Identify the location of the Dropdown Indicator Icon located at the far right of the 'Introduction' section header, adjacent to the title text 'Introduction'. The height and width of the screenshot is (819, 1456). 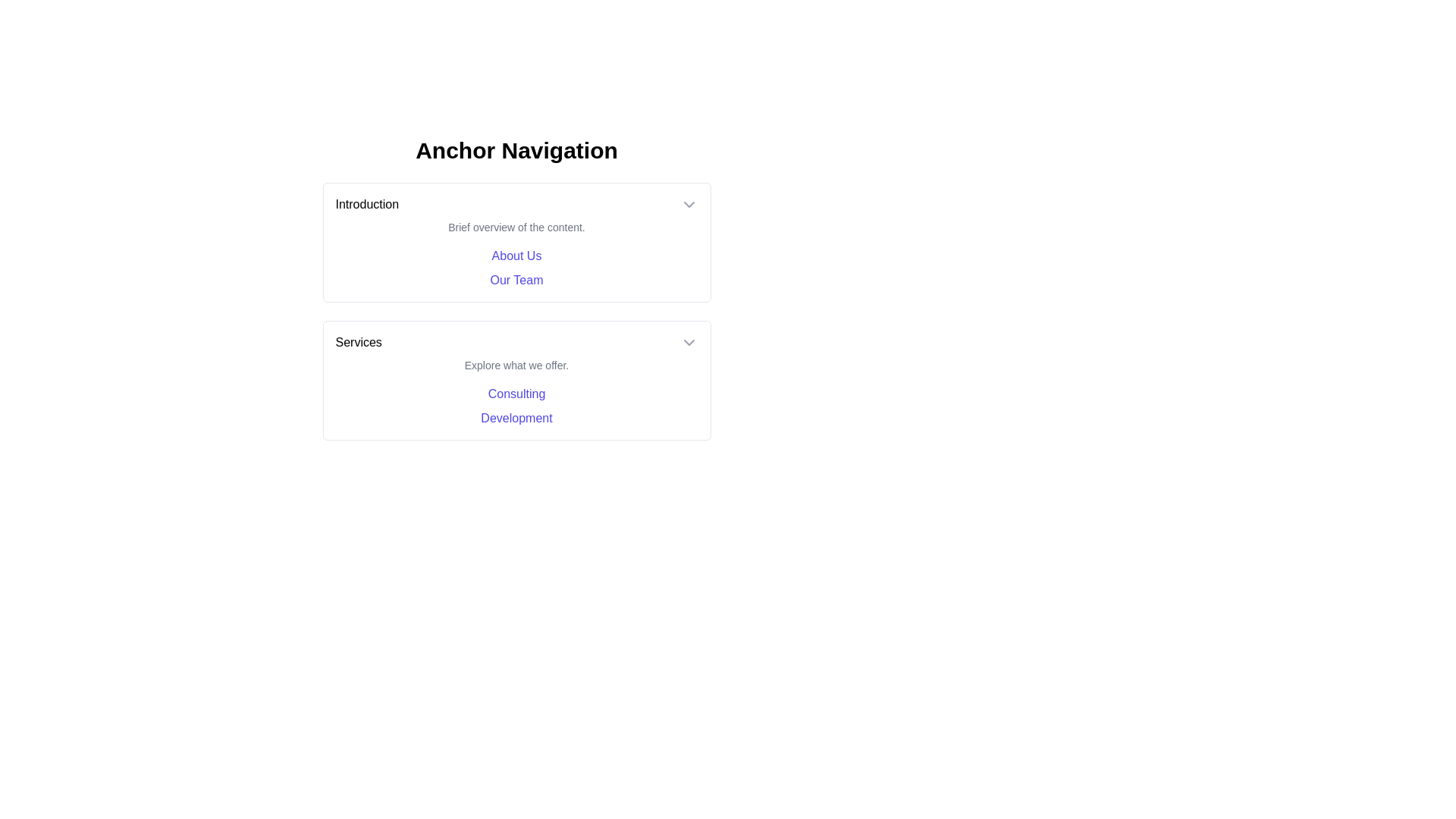
(688, 205).